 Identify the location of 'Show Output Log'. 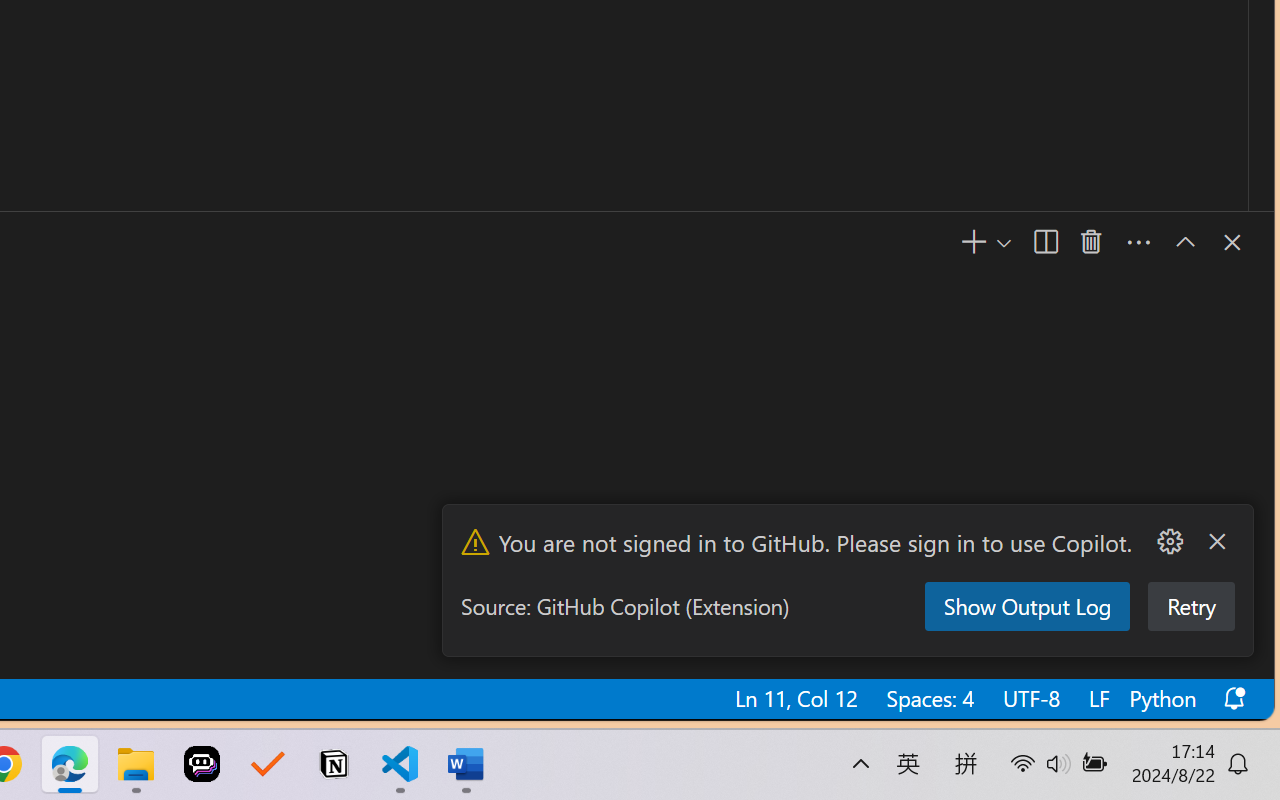
(1025, 606).